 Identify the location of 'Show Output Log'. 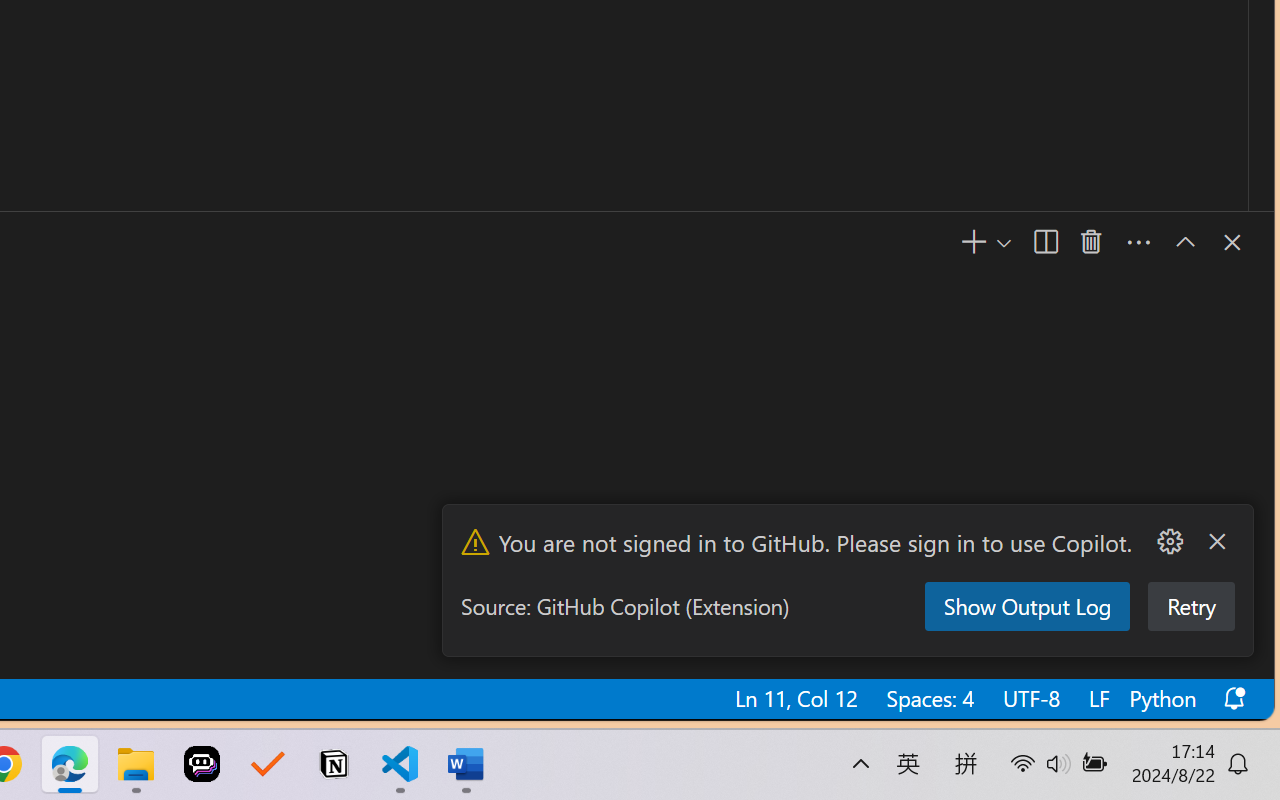
(1025, 606).